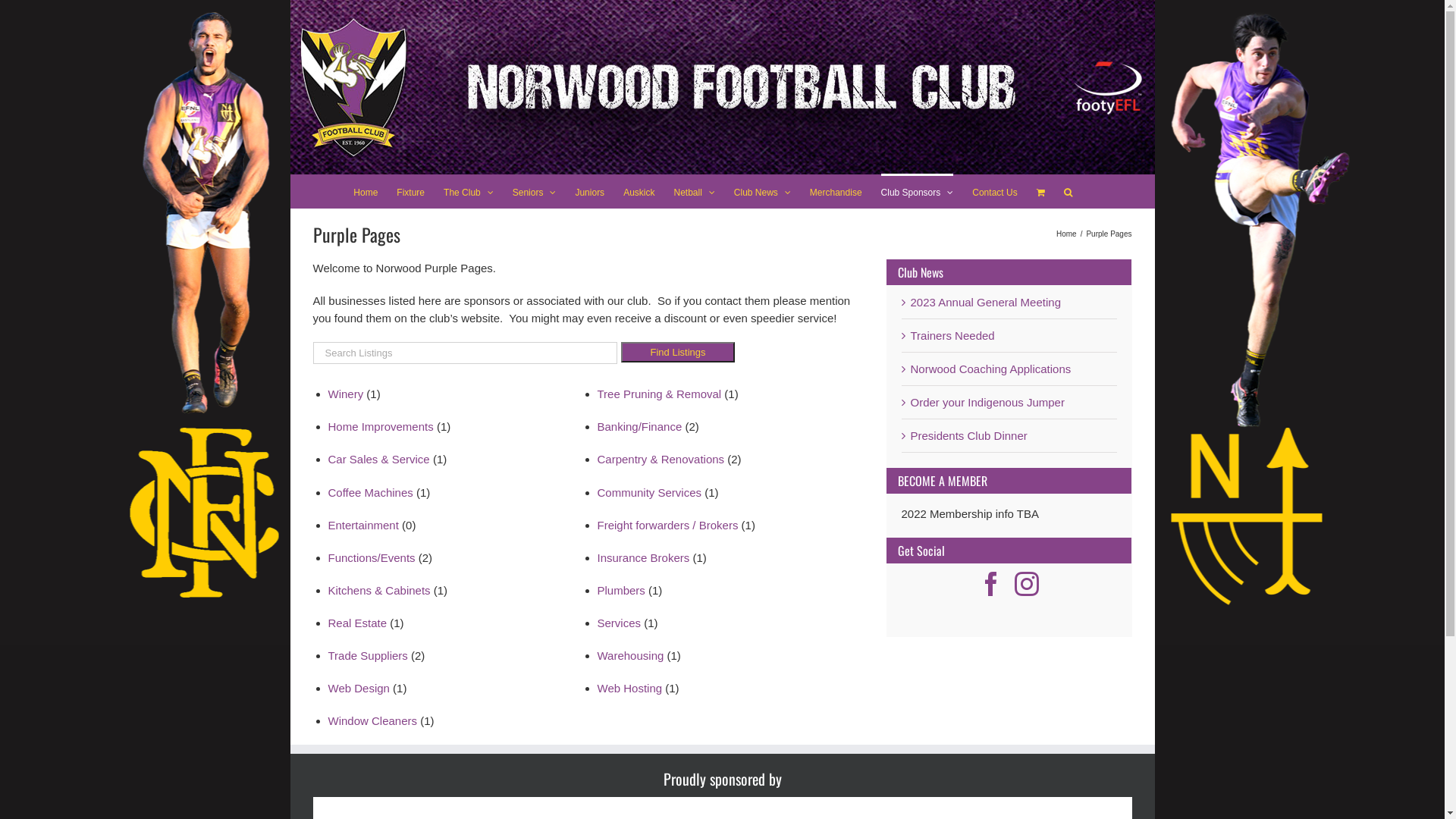 The height and width of the screenshot is (819, 1456). I want to click on 'Coffee Machines', so click(370, 492).